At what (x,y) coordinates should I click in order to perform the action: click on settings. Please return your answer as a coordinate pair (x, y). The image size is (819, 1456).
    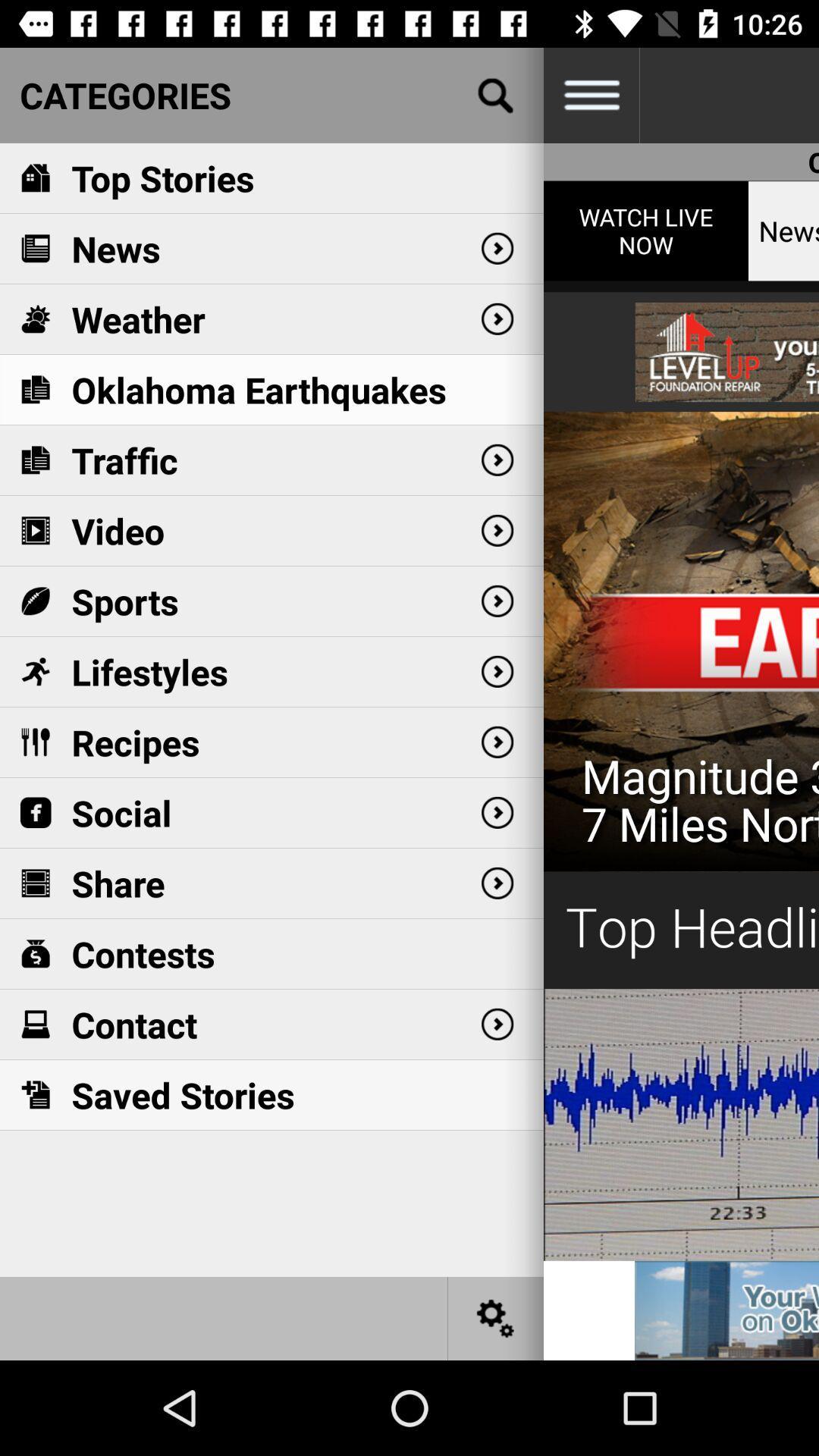
    Looking at the image, I should click on (496, 1317).